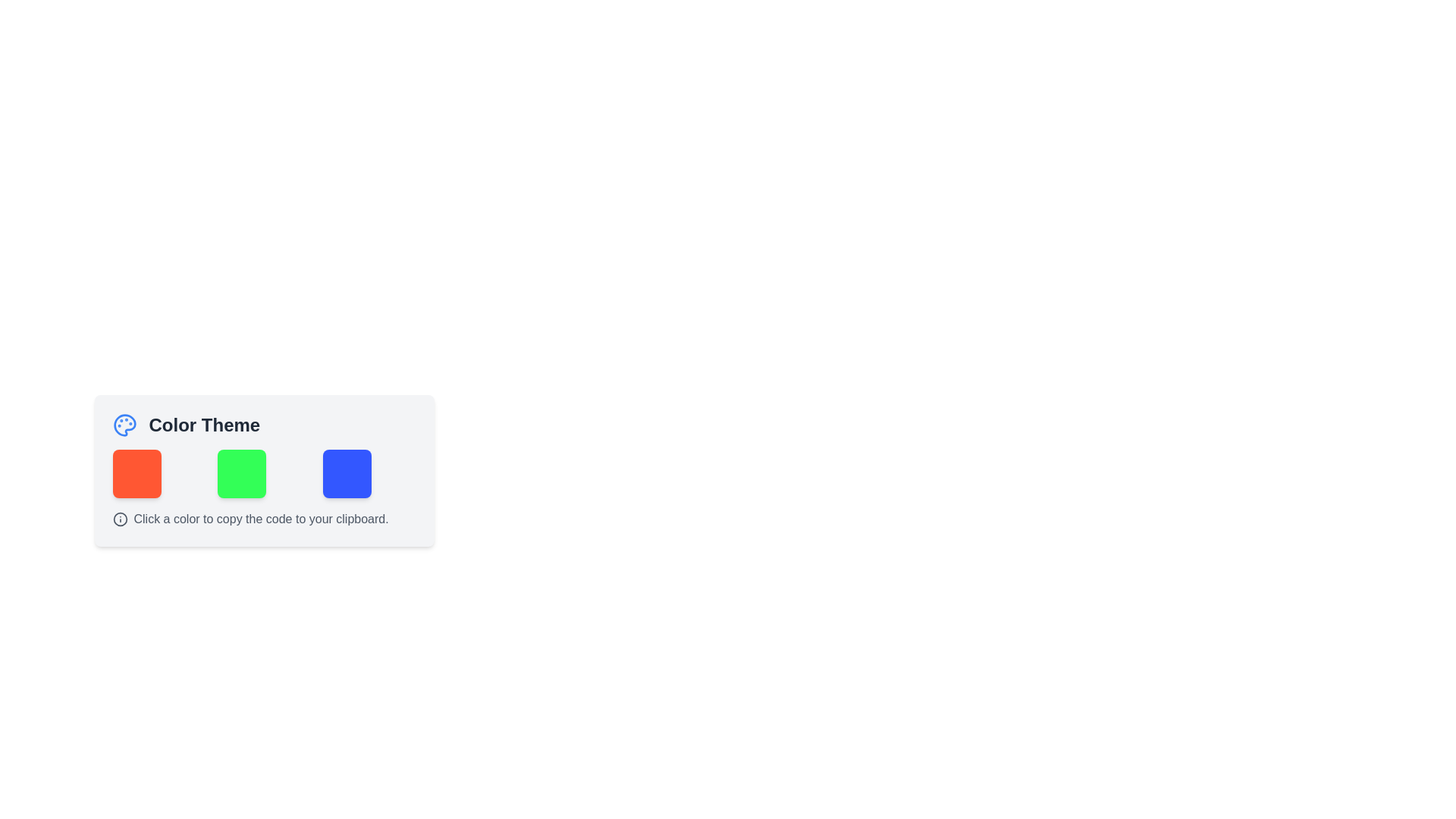  I want to click on the Decorative Icon located at the top left corner of the 'Color Theme' section, which serves as a symbol for the color theme concept, so click(124, 425).